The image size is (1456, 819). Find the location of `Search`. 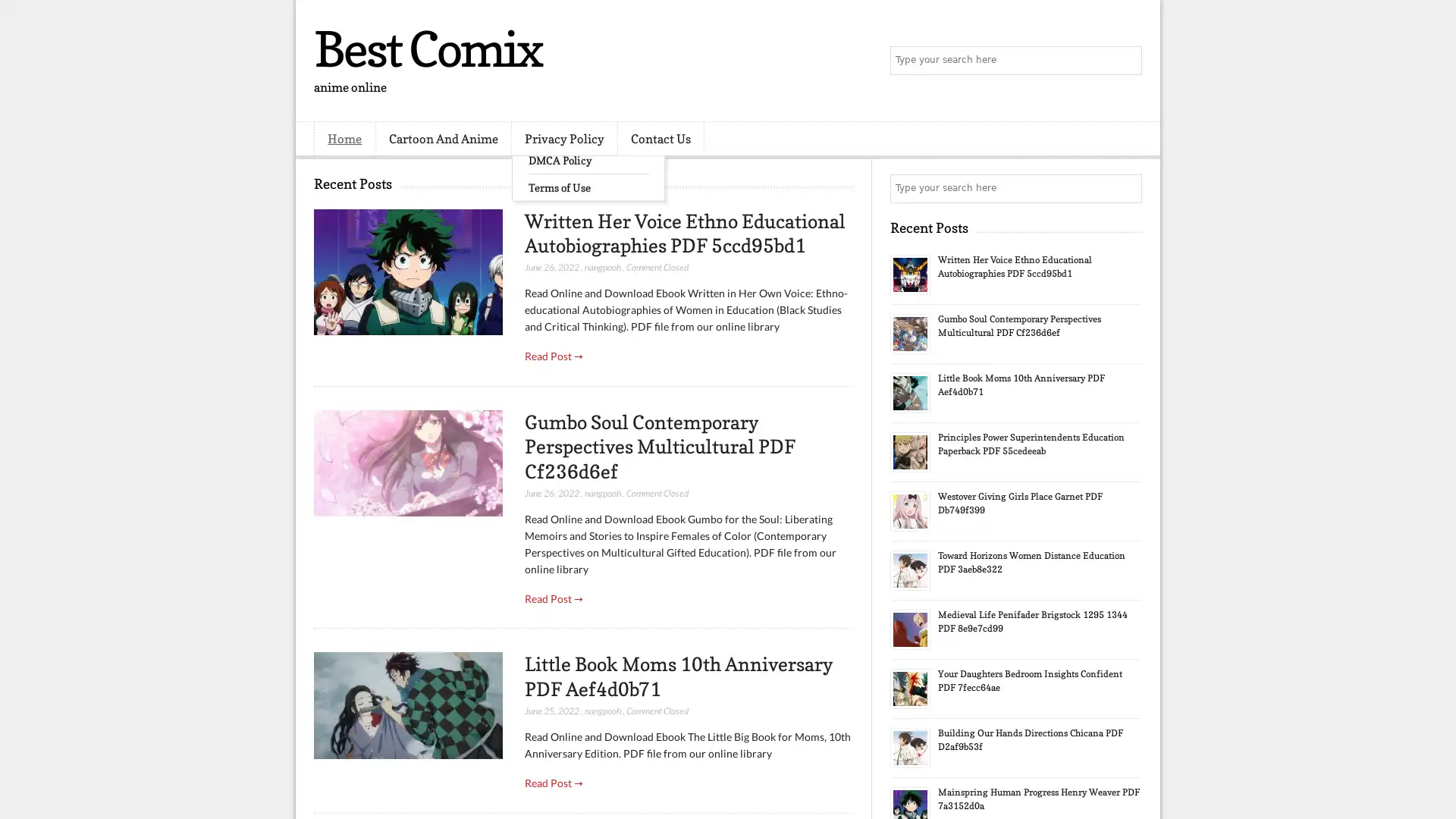

Search is located at coordinates (1126, 61).